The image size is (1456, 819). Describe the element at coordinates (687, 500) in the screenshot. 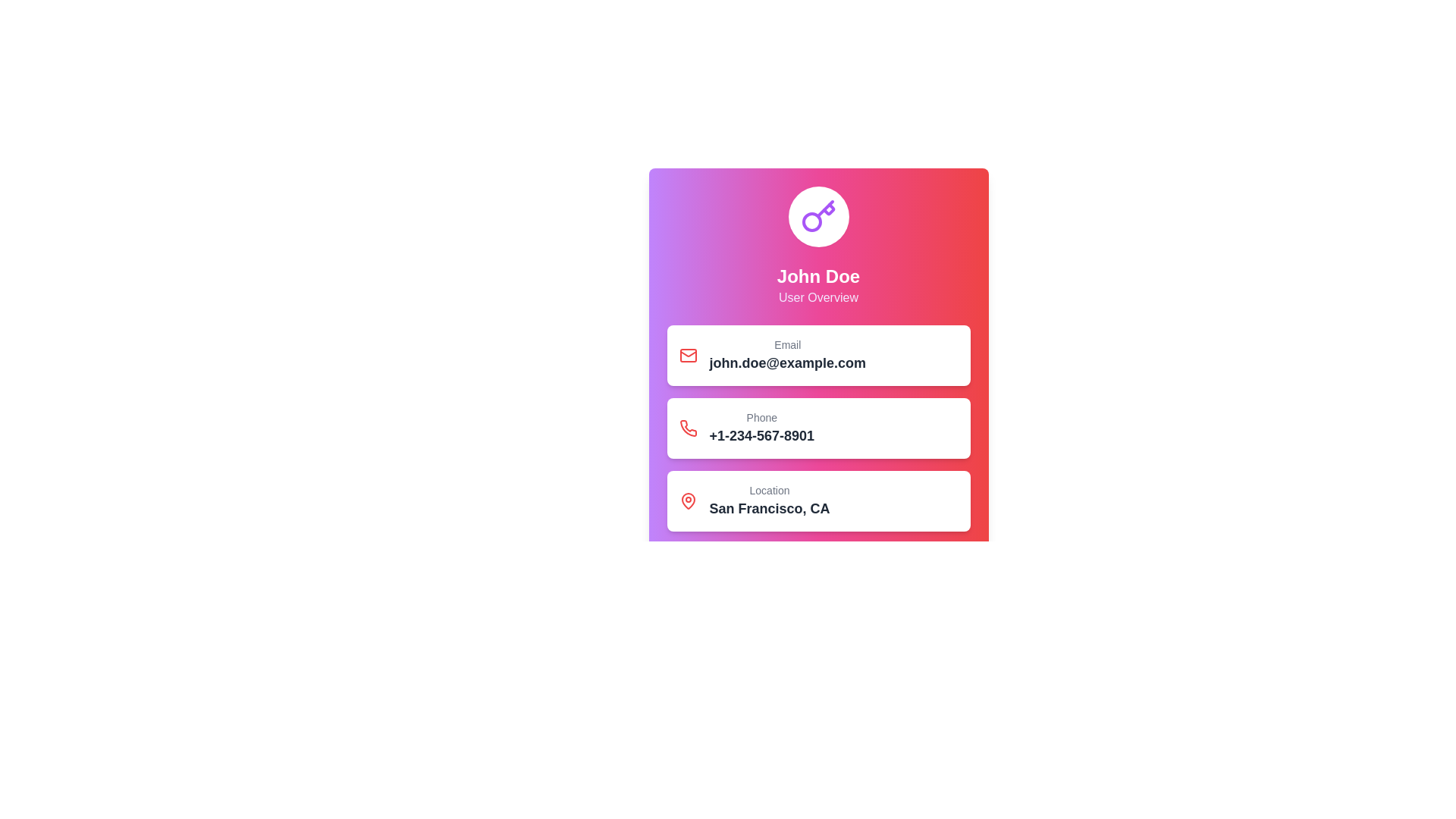

I see `the map pin icon that signifies the geographical location 'San Francisco, CA', located in the 'Location' section below 'Email' and 'Phone'` at that location.